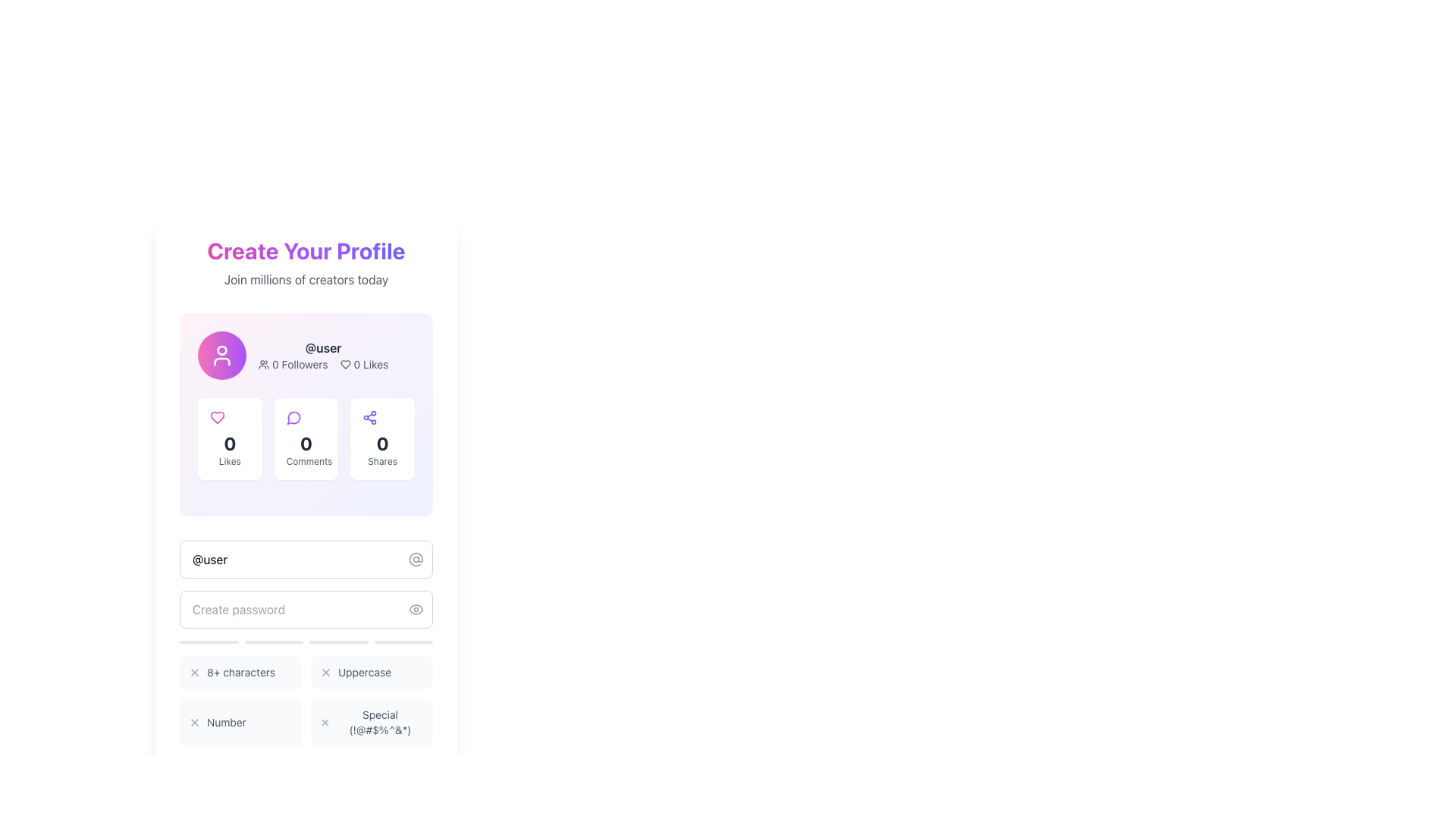 This screenshot has height=819, width=1456. I want to click on the lower portion of the user avatar icon, represented by a curved line forming a semi-oval shape, which is part of an SVG graphic, so click(221, 362).